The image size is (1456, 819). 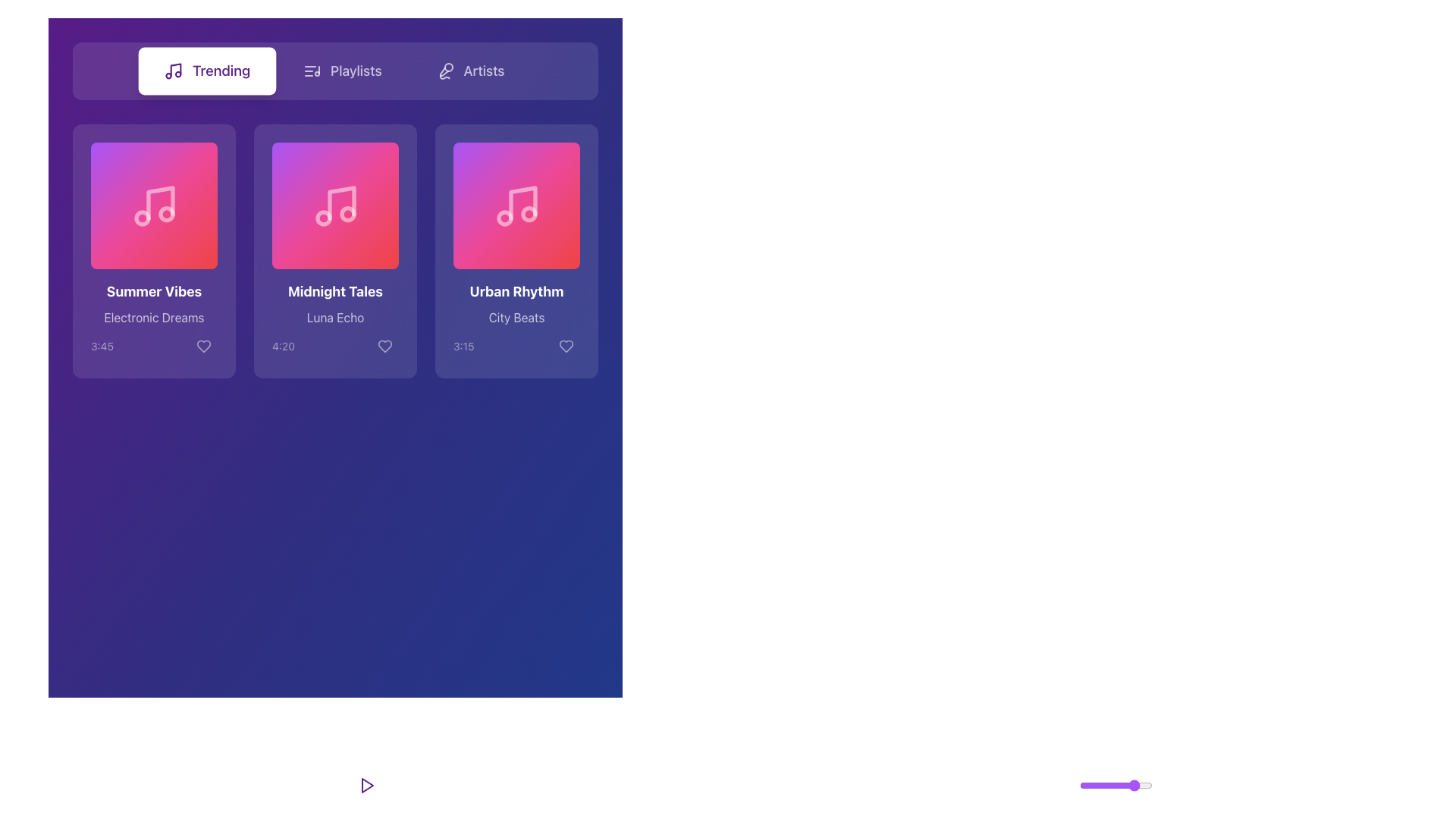 What do you see at coordinates (529, 214) in the screenshot?
I see `the second SVG Circle Element of the musical note graphic within the 'Urban Rhythm' card` at bounding box center [529, 214].